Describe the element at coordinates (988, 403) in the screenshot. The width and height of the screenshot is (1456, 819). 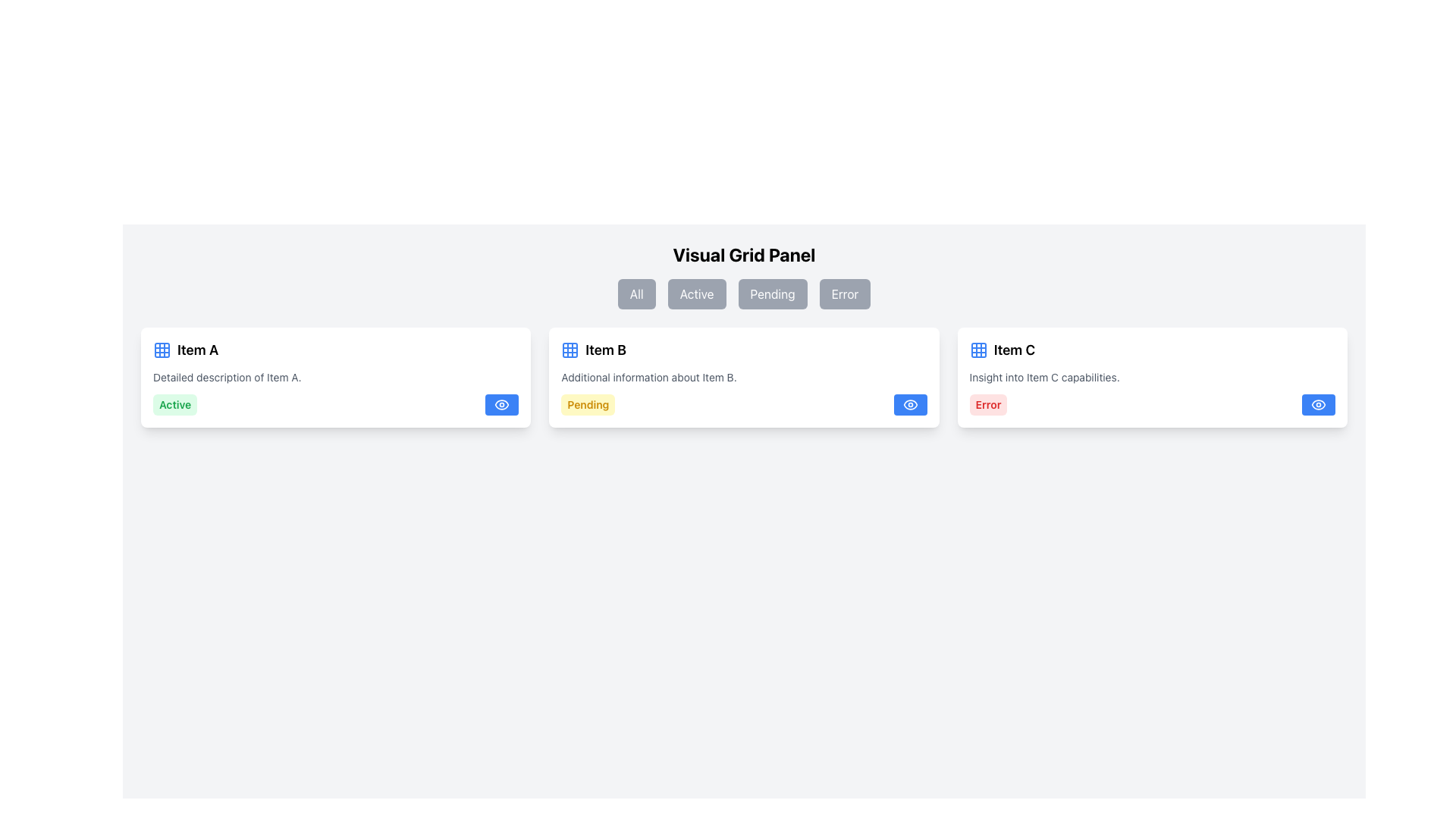
I see `the status indicator label indicating an error state for 'Item C', located at the bottom-left corner of the card` at that location.